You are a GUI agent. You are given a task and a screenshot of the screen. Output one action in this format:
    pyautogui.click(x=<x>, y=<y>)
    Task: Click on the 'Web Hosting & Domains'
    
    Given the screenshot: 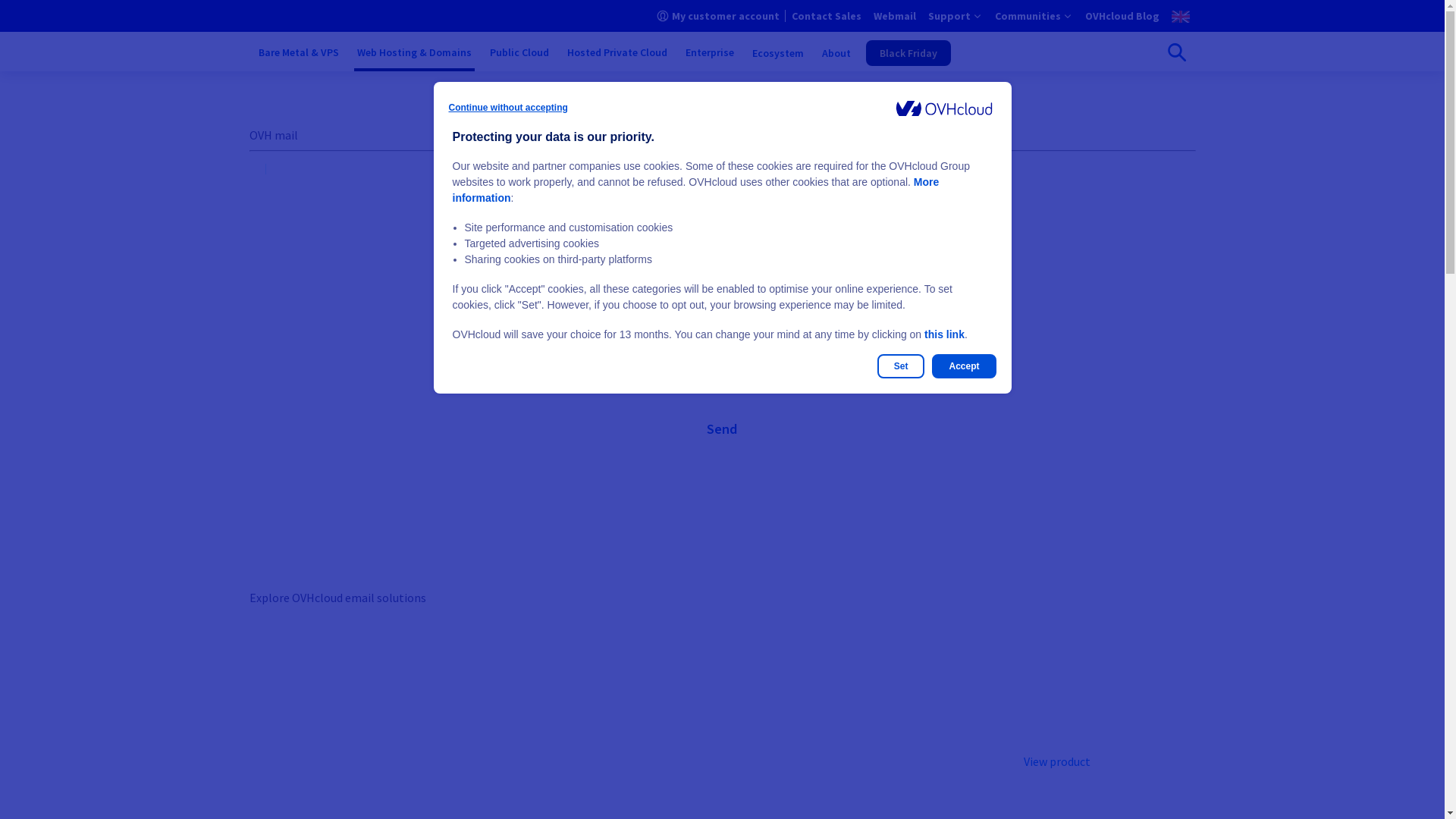 What is the action you would take?
    pyautogui.click(x=413, y=52)
    